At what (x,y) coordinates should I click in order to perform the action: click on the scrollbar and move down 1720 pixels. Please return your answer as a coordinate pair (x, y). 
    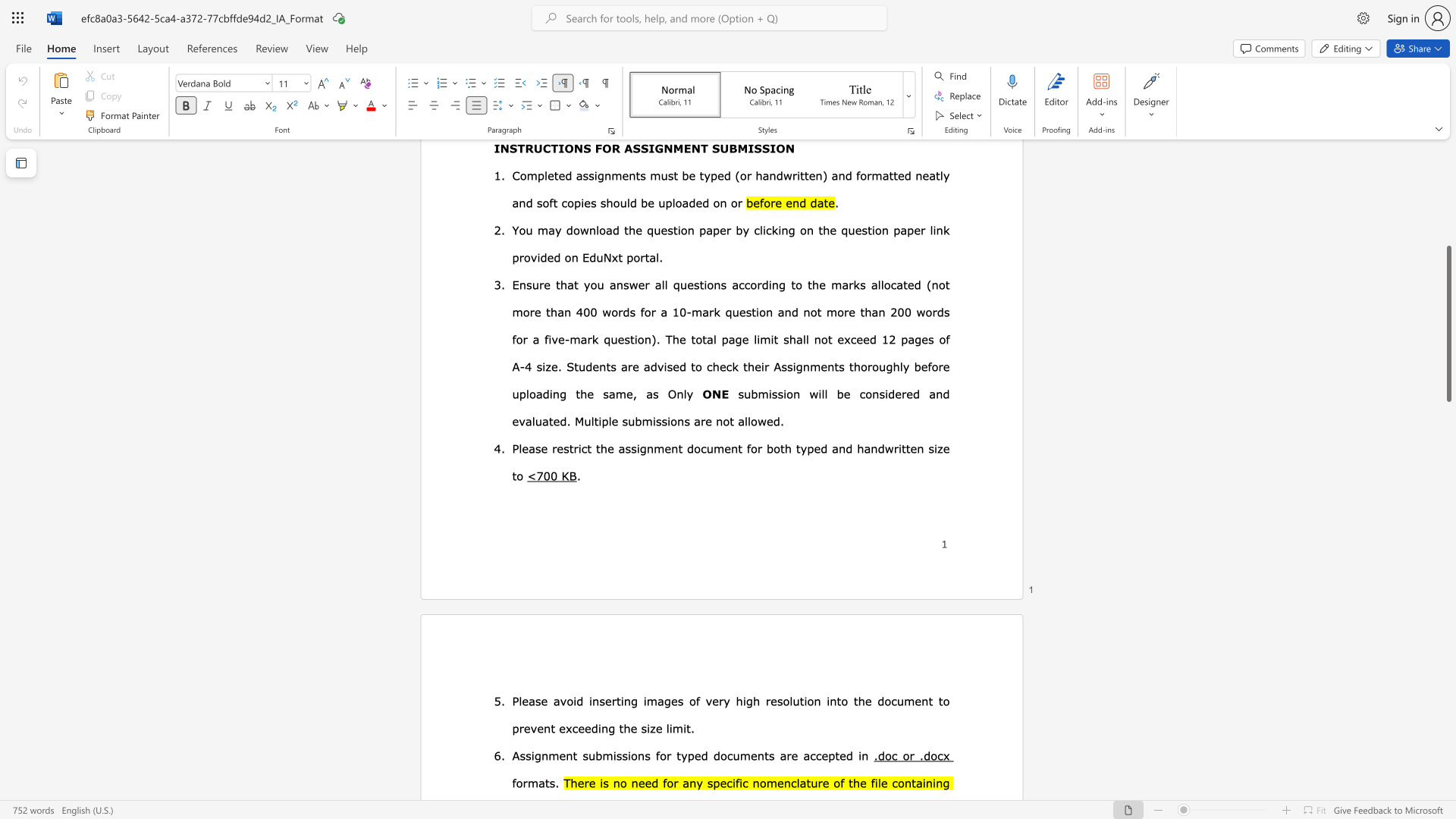
    Looking at the image, I should click on (1448, 323).